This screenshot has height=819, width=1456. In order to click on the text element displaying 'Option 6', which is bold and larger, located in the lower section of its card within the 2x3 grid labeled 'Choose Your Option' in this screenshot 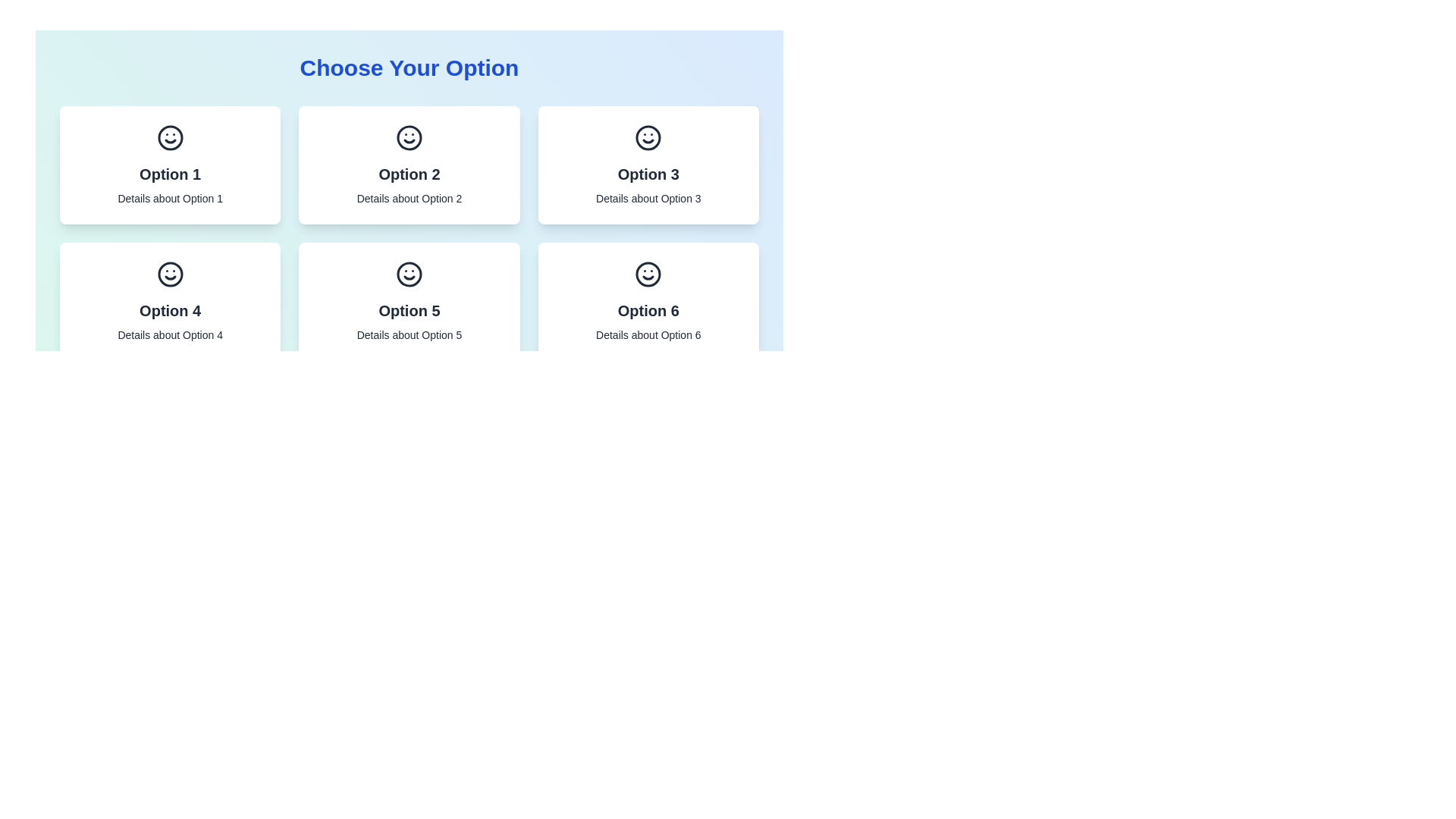, I will do `click(648, 309)`.